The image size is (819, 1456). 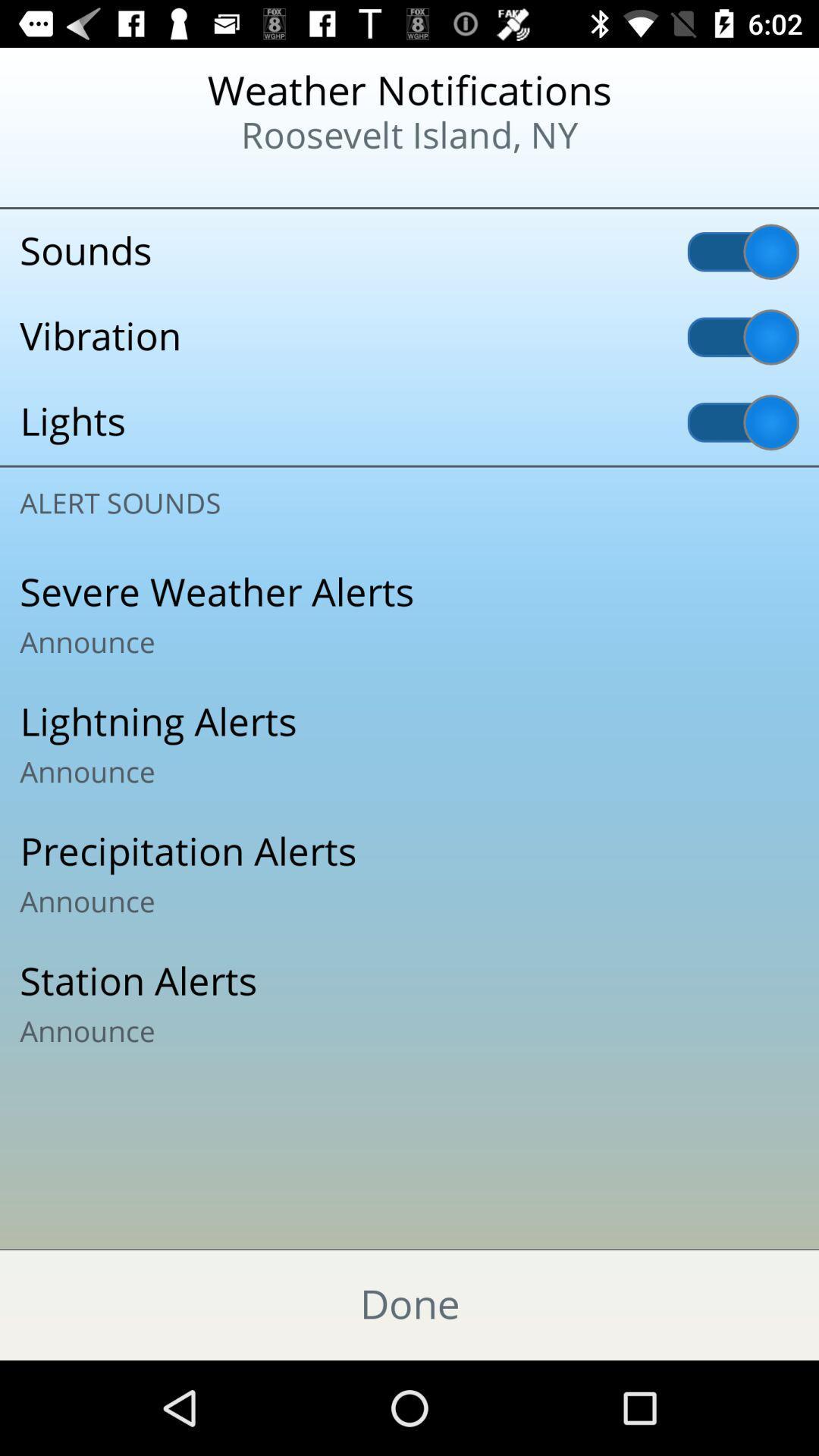 I want to click on the lights icon, so click(x=409, y=422).